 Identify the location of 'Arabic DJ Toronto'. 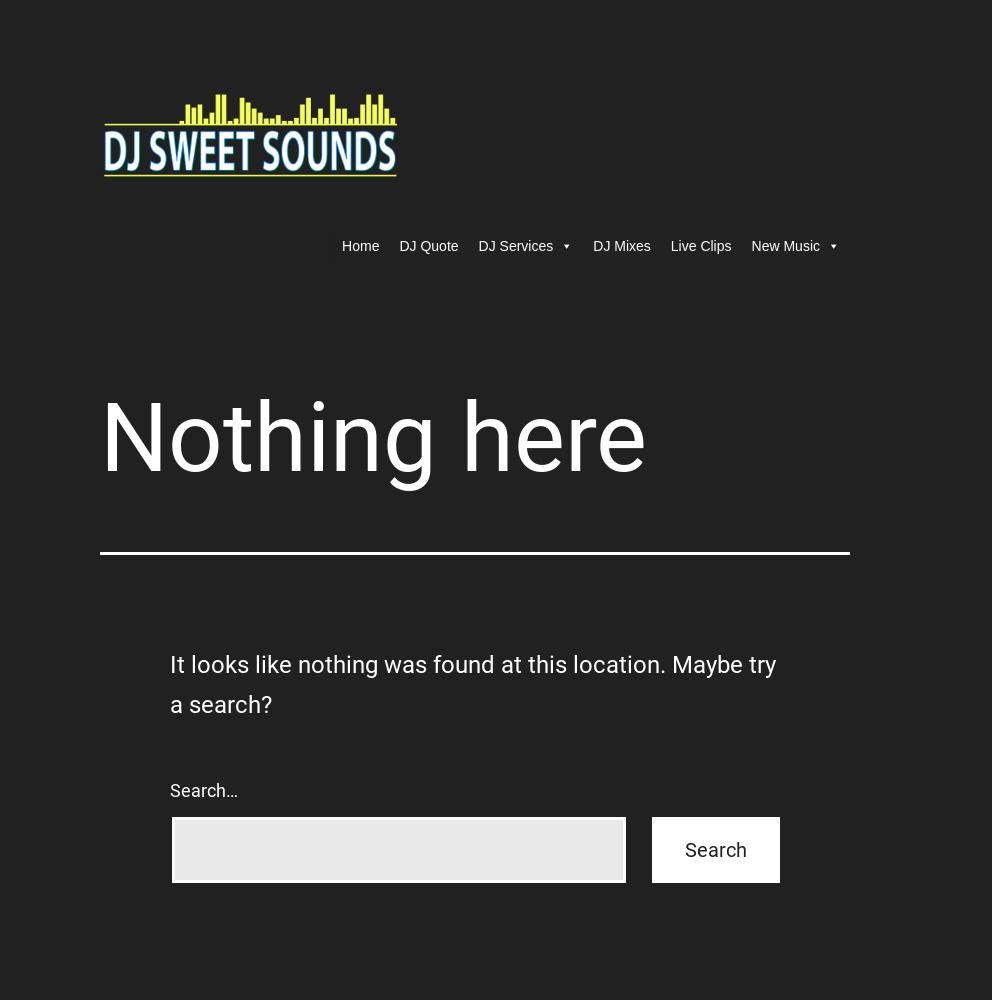
(478, 467).